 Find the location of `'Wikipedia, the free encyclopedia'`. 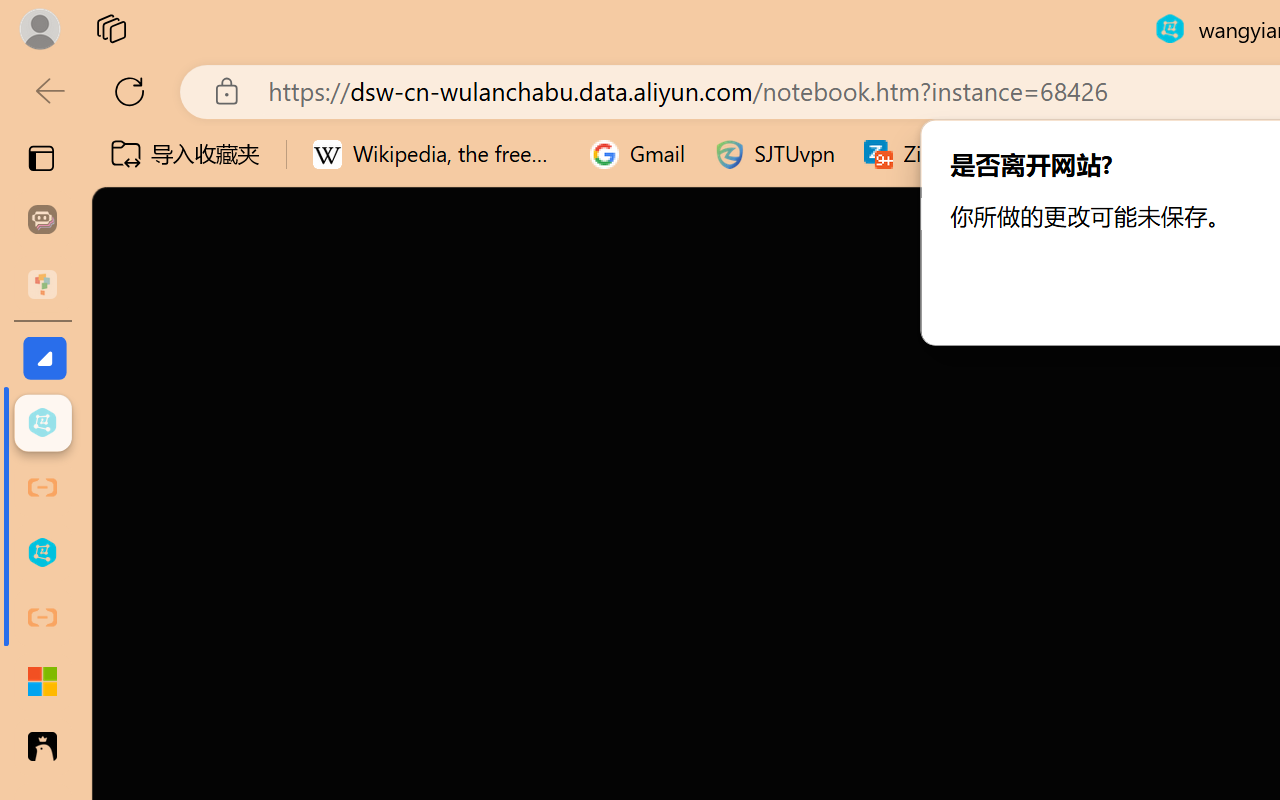

'Wikipedia, the free encyclopedia' is located at coordinates (436, 154).